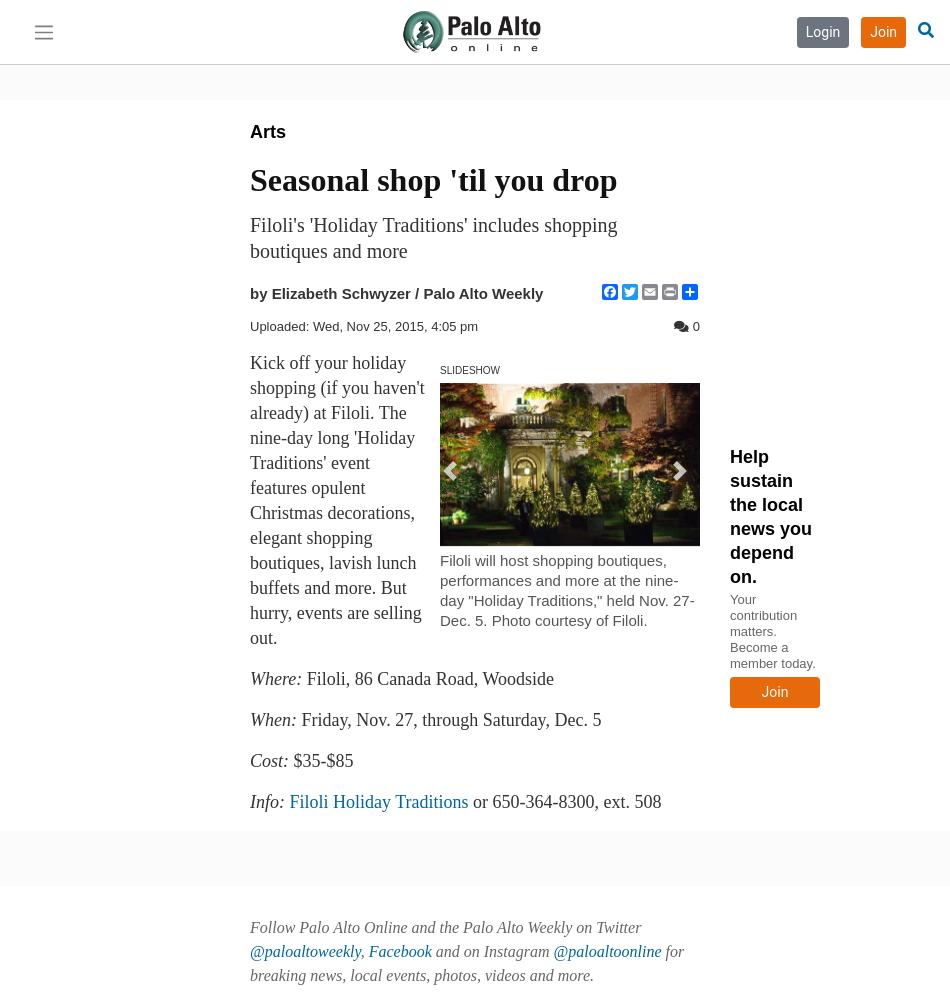  Describe the element at coordinates (444, 927) in the screenshot. I see `'Follow Palo Alto Online and the Palo Alto Weekly on Twitter'` at that location.